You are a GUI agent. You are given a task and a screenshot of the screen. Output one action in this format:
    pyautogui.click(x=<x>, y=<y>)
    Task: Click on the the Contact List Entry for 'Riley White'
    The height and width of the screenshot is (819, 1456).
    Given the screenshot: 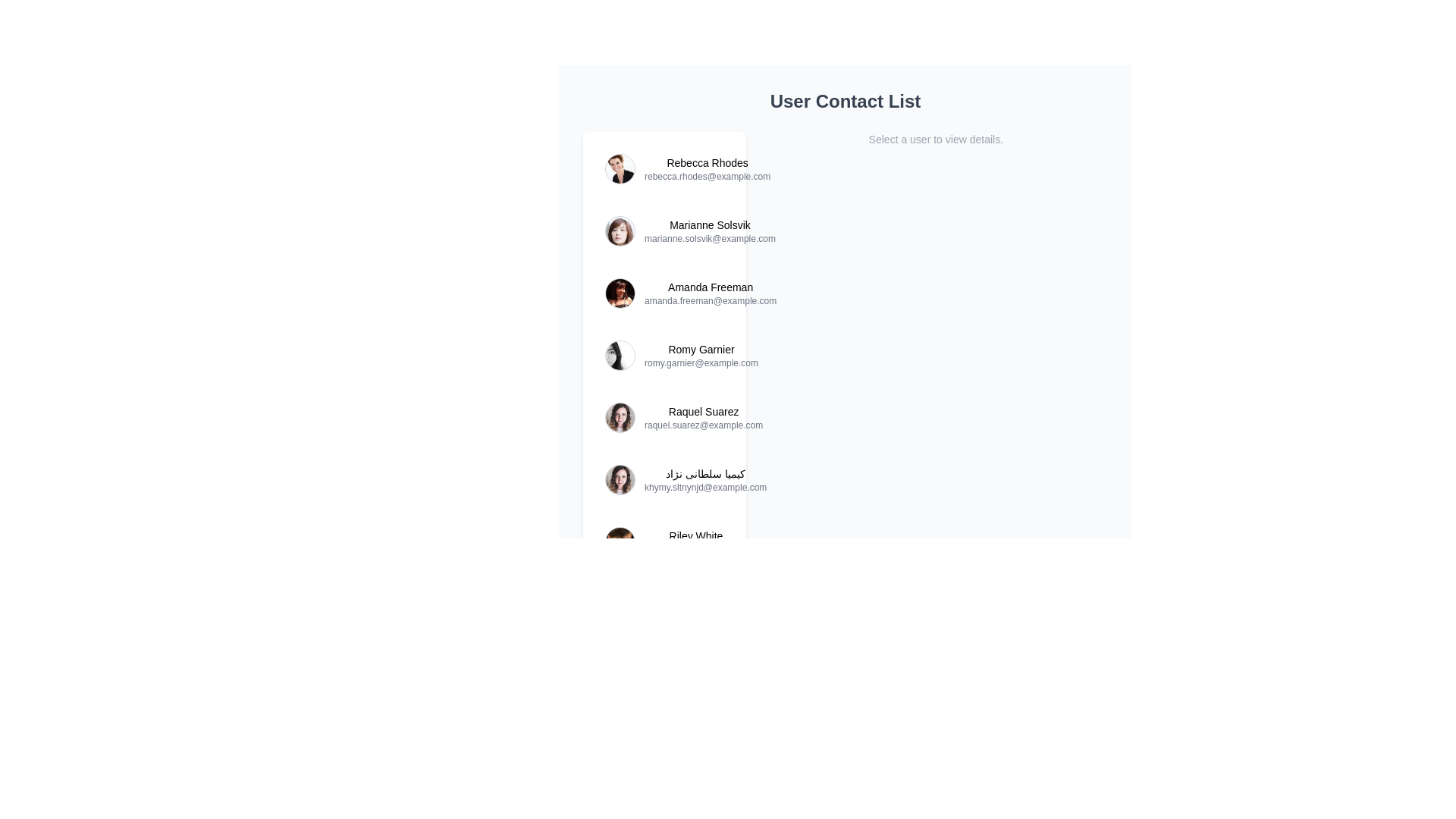 What is the action you would take?
    pyautogui.click(x=664, y=541)
    